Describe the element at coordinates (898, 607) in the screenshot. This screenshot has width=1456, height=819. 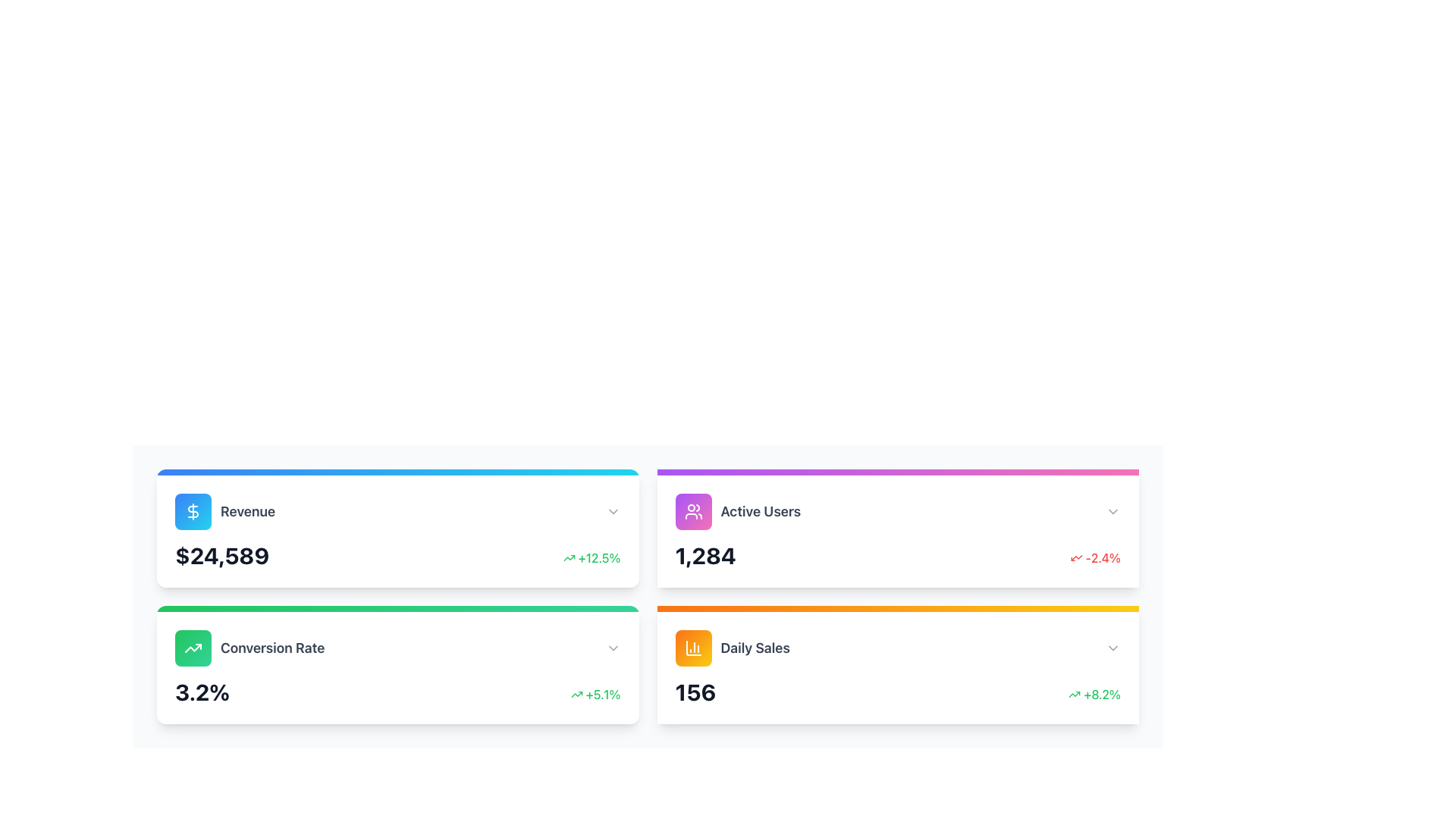
I see `the decorative progress bar at the top section of the 'Daily Sales' card, which features a color gradient from orange to yellow` at that location.